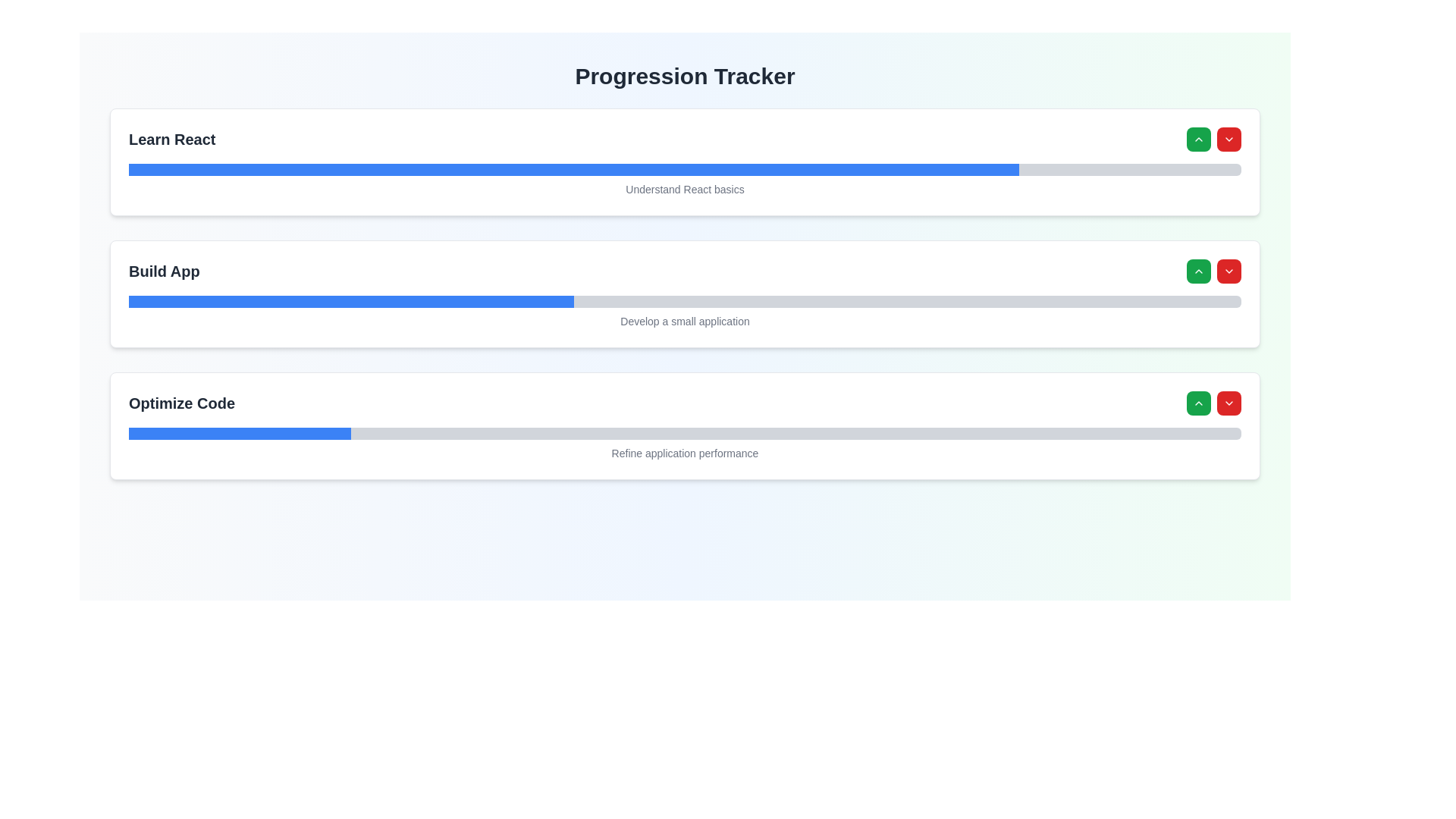 This screenshot has width=1456, height=819. I want to click on the Text label located below the progress bar in the 'Optimize Code' section of the application, which provides additional context about the progress being tracked, so click(684, 450).